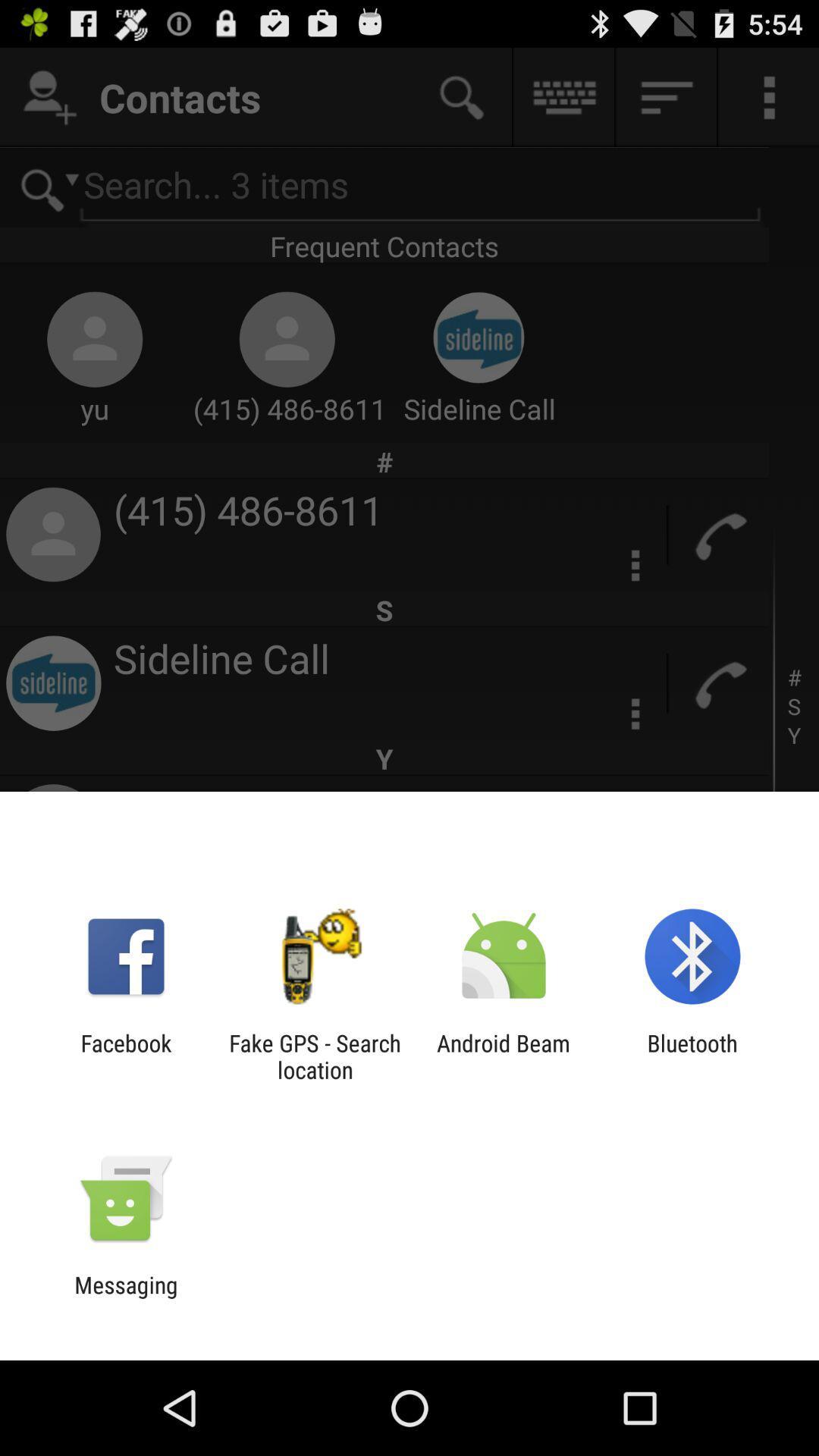 This screenshot has height=1456, width=819. Describe the element at coordinates (314, 1056) in the screenshot. I see `item to the left of the android beam icon` at that location.